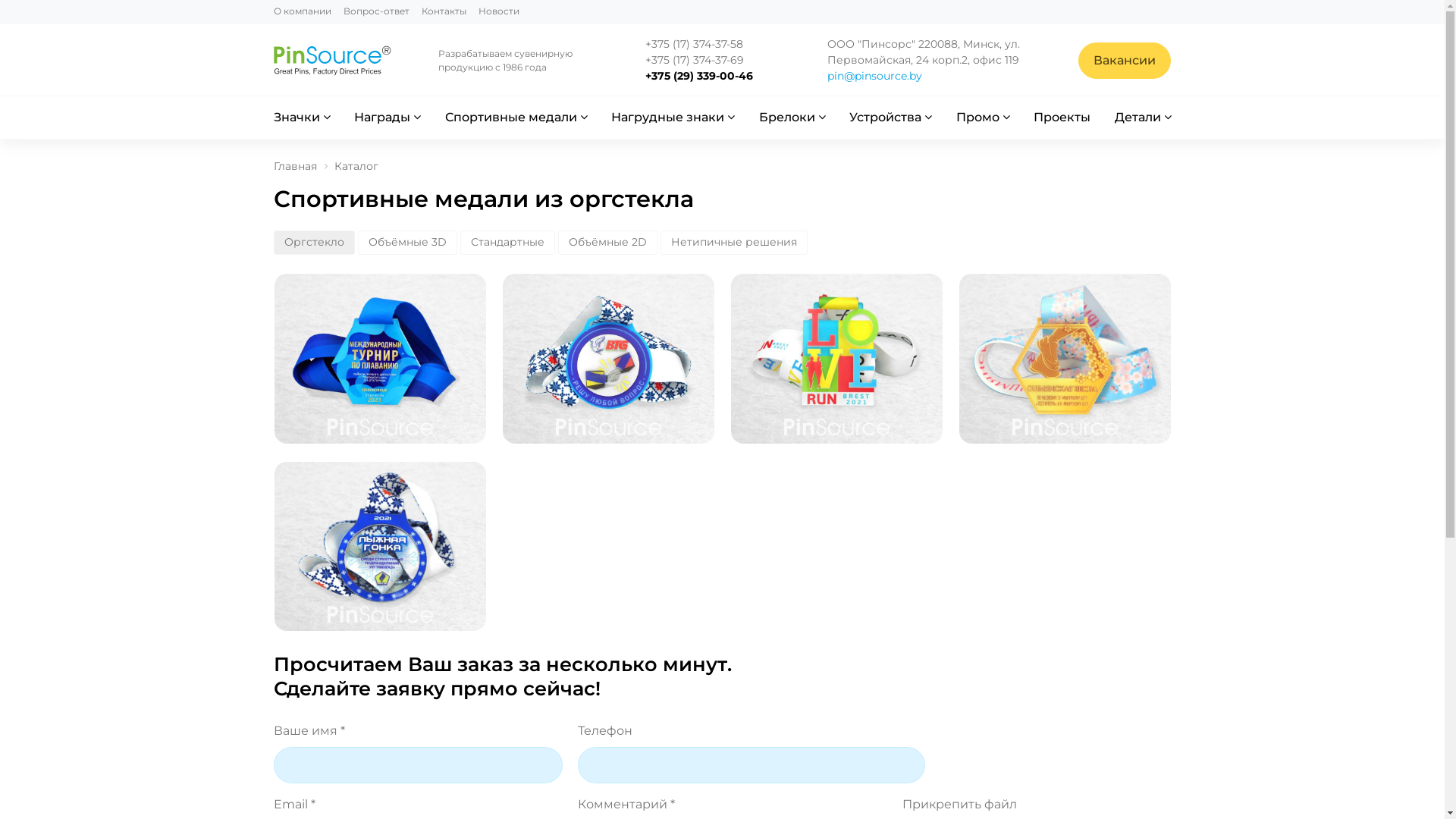 This screenshot has width=1456, height=819. Describe the element at coordinates (645, 43) in the screenshot. I see `'+375 (17) 374-37-58'` at that location.